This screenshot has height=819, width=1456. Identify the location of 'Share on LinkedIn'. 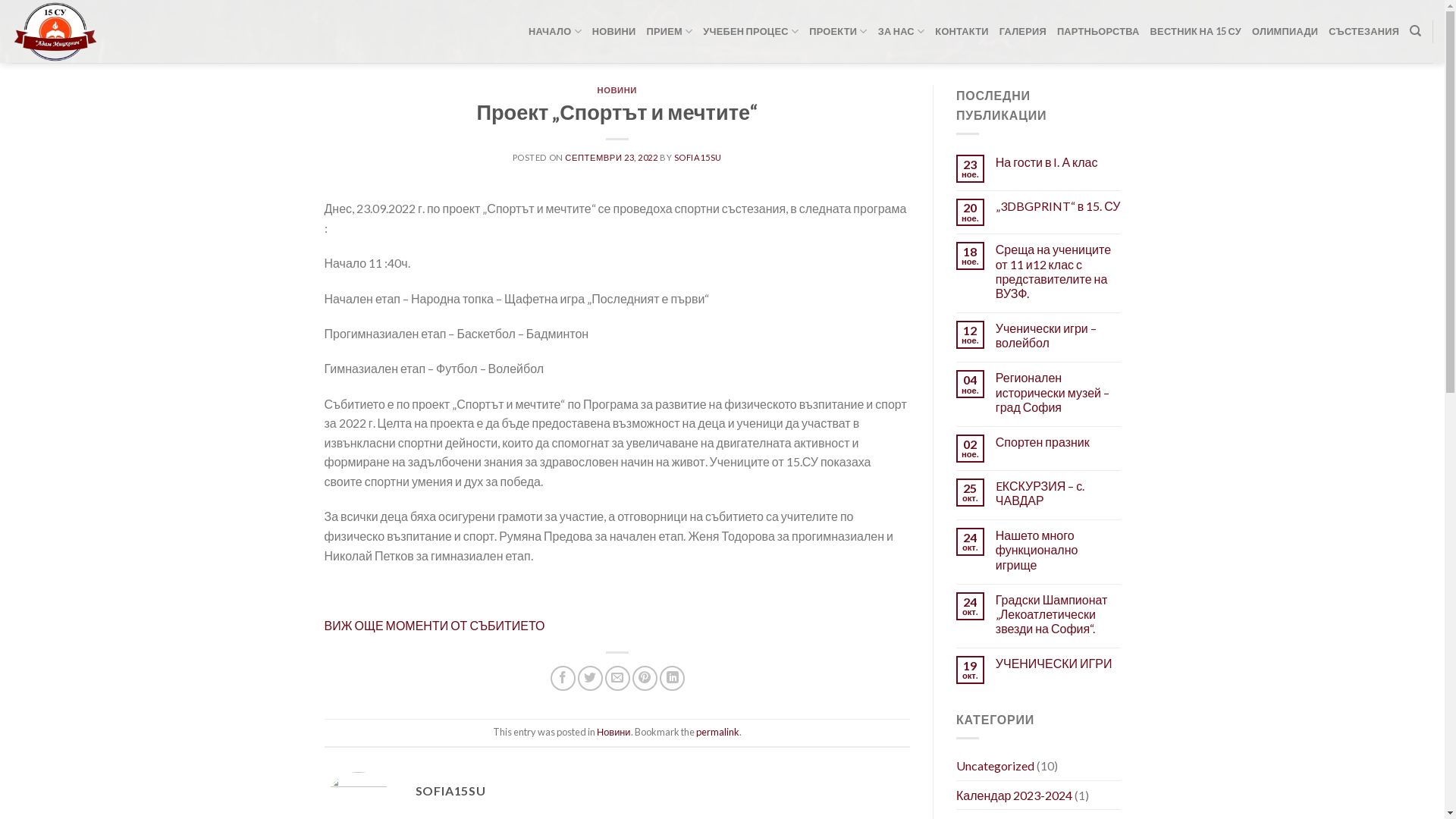
(659, 677).